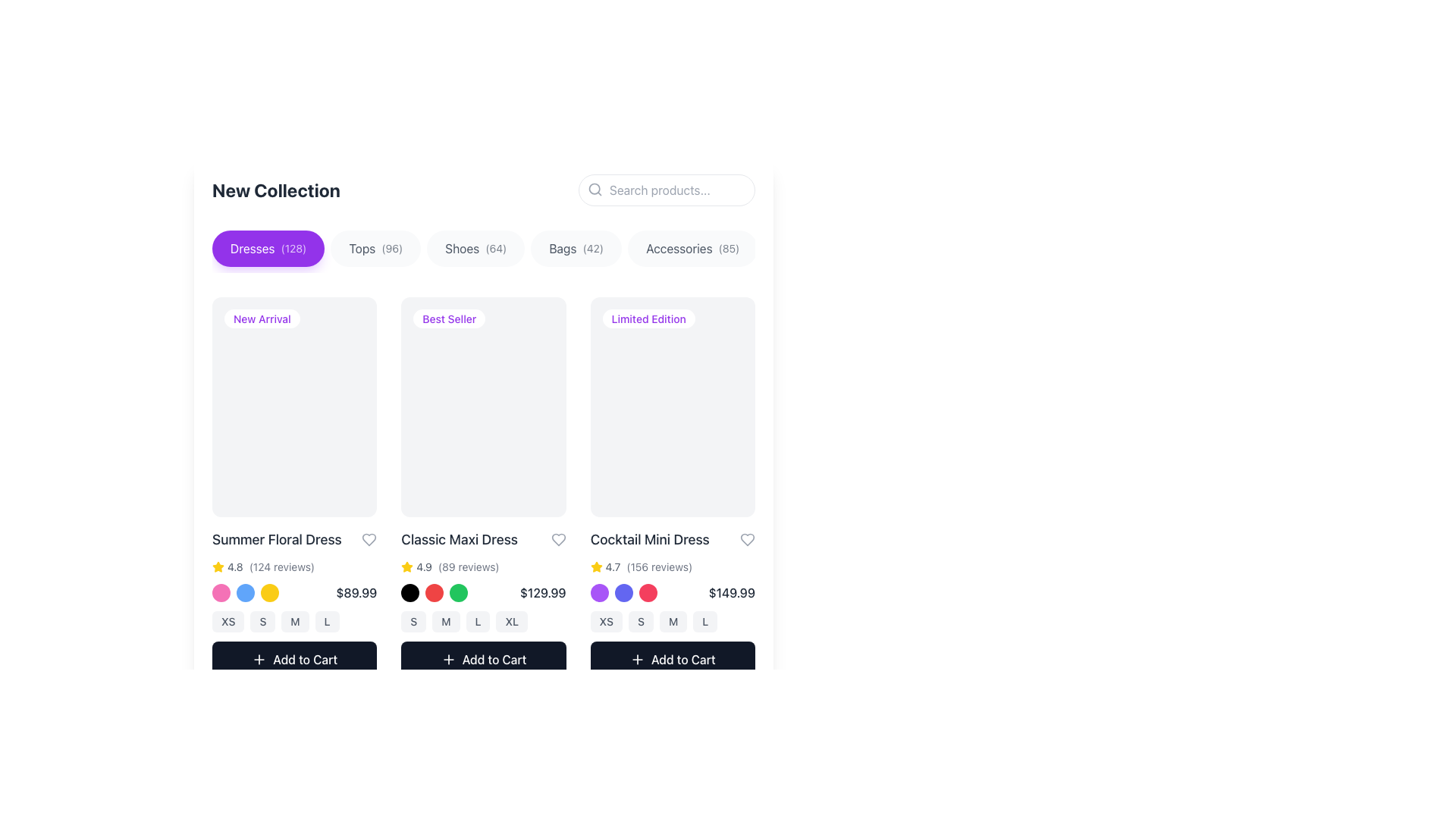  I want to click on the 'M' size selection button, which is the third button in the row of size-selection buttons for the 'Cocktail Mini Dress', so click(673, 621).